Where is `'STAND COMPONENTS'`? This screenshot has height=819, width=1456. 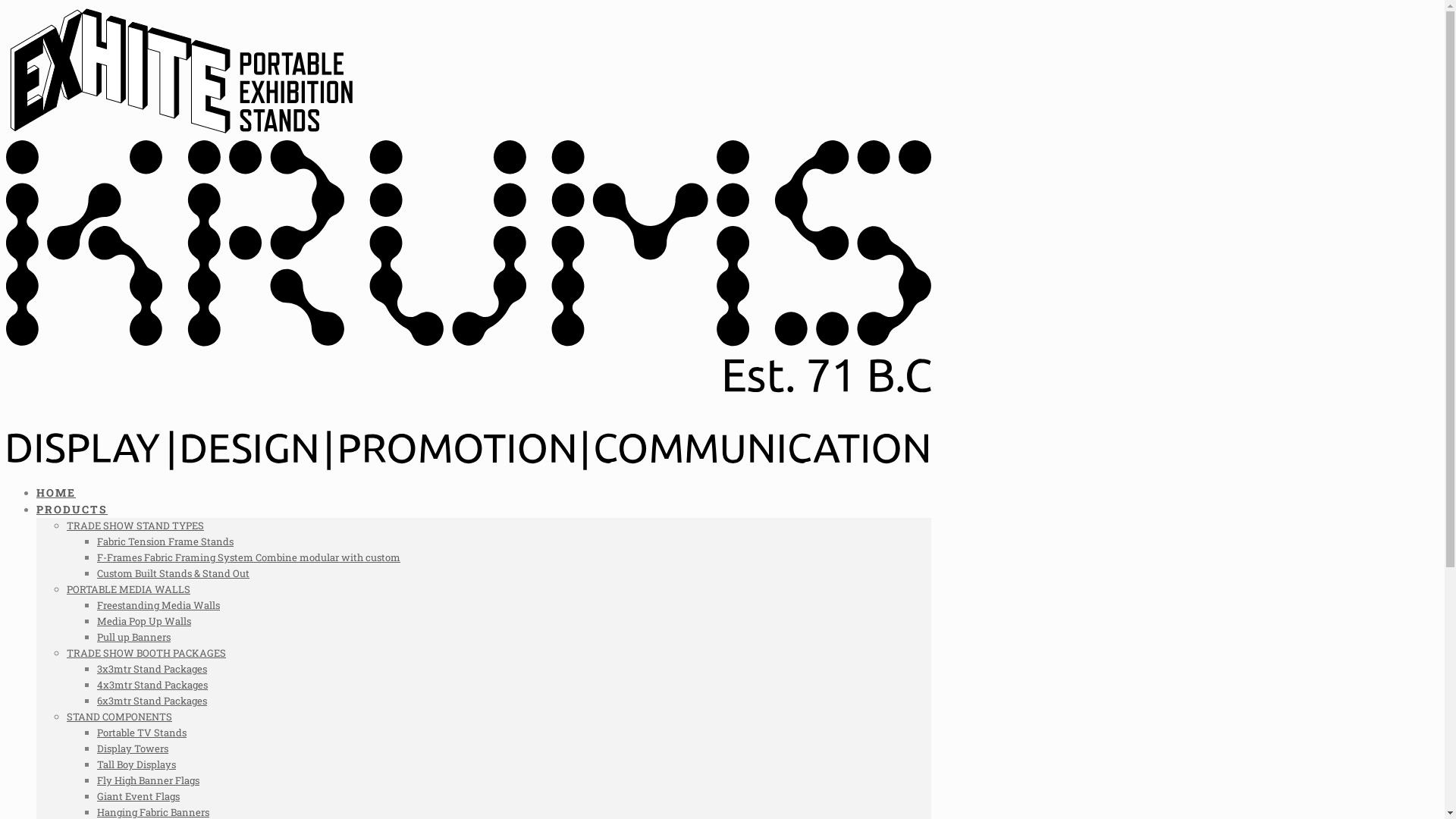
'STAND COMPONENTS' is located at coordinates (118, 717).